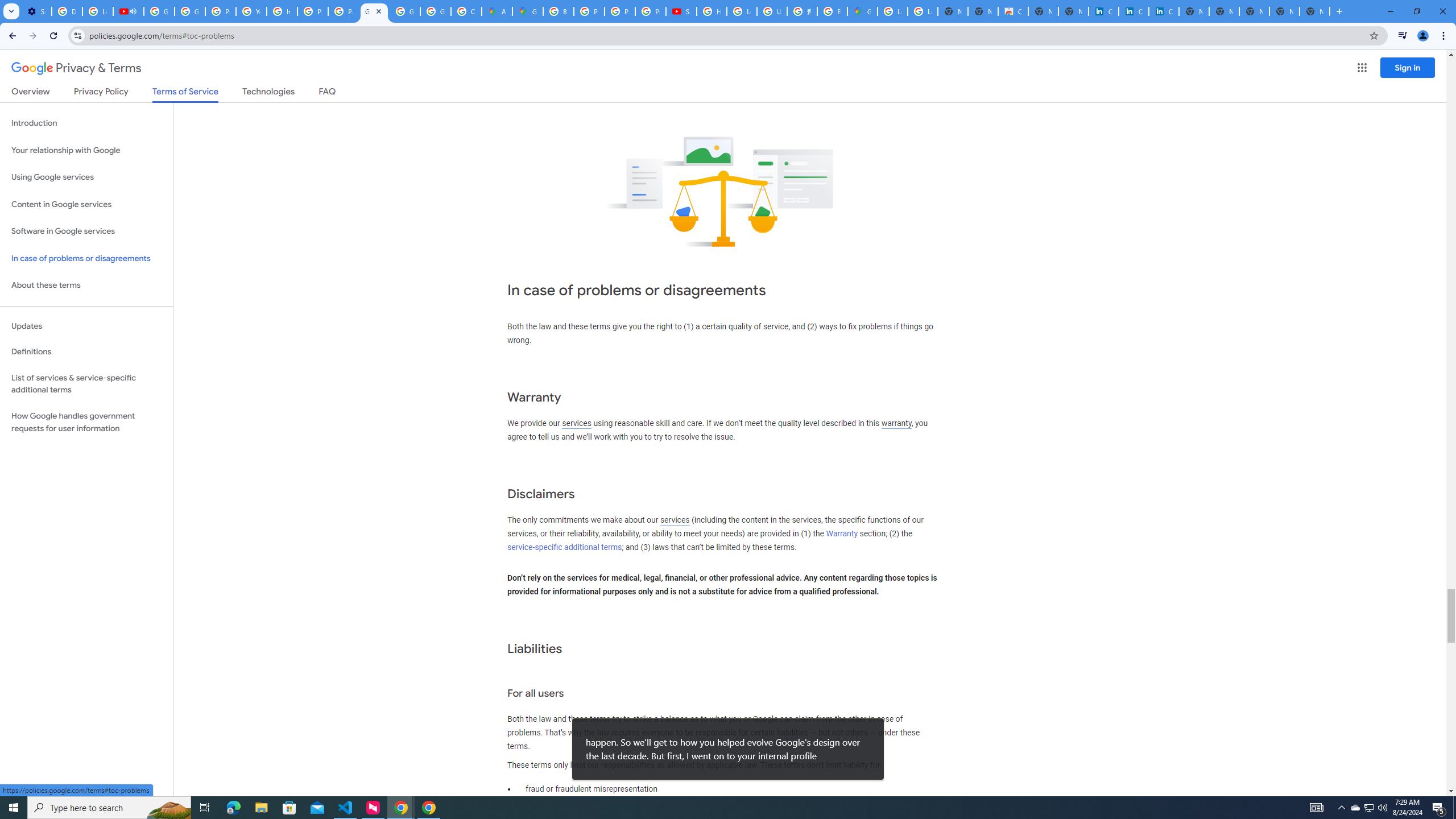  I want to click on 'Cookie Policy | LinkedIn', so click(1103, 11).